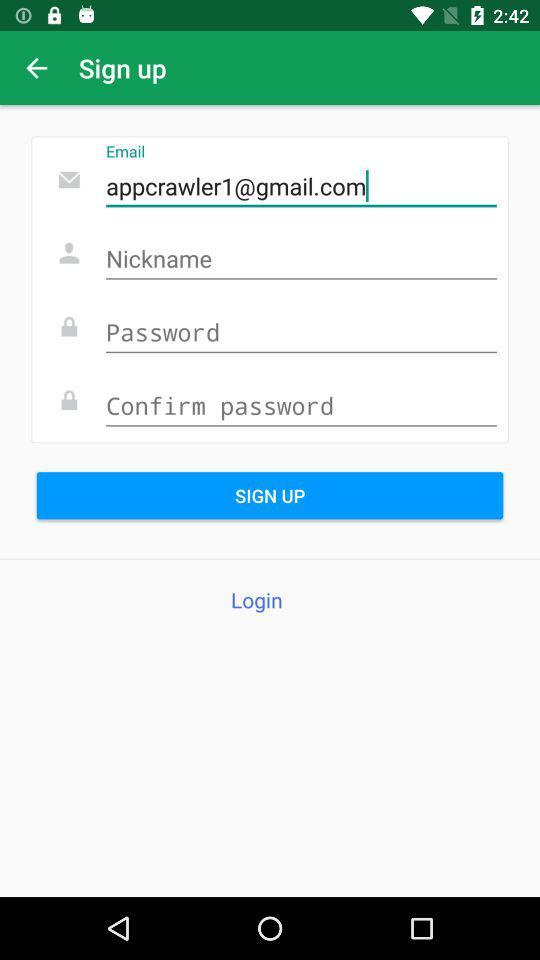 This screenshot has width=540, height=960. Describe the element at coordinates (300, 406) in the screenshot. I see `type the confirm password` at that location.